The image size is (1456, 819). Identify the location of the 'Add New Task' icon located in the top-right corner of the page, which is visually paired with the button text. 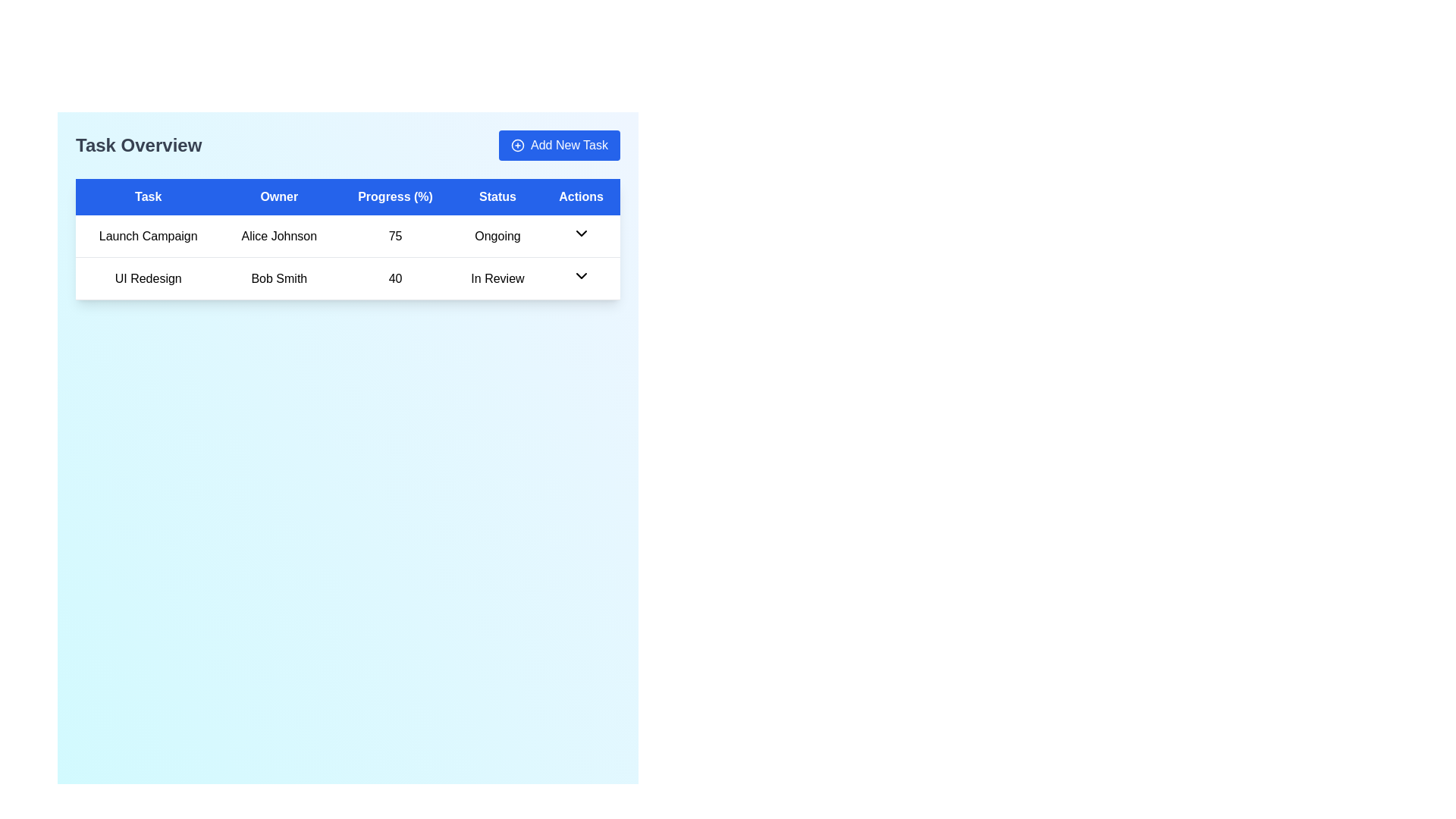
(517, 146).